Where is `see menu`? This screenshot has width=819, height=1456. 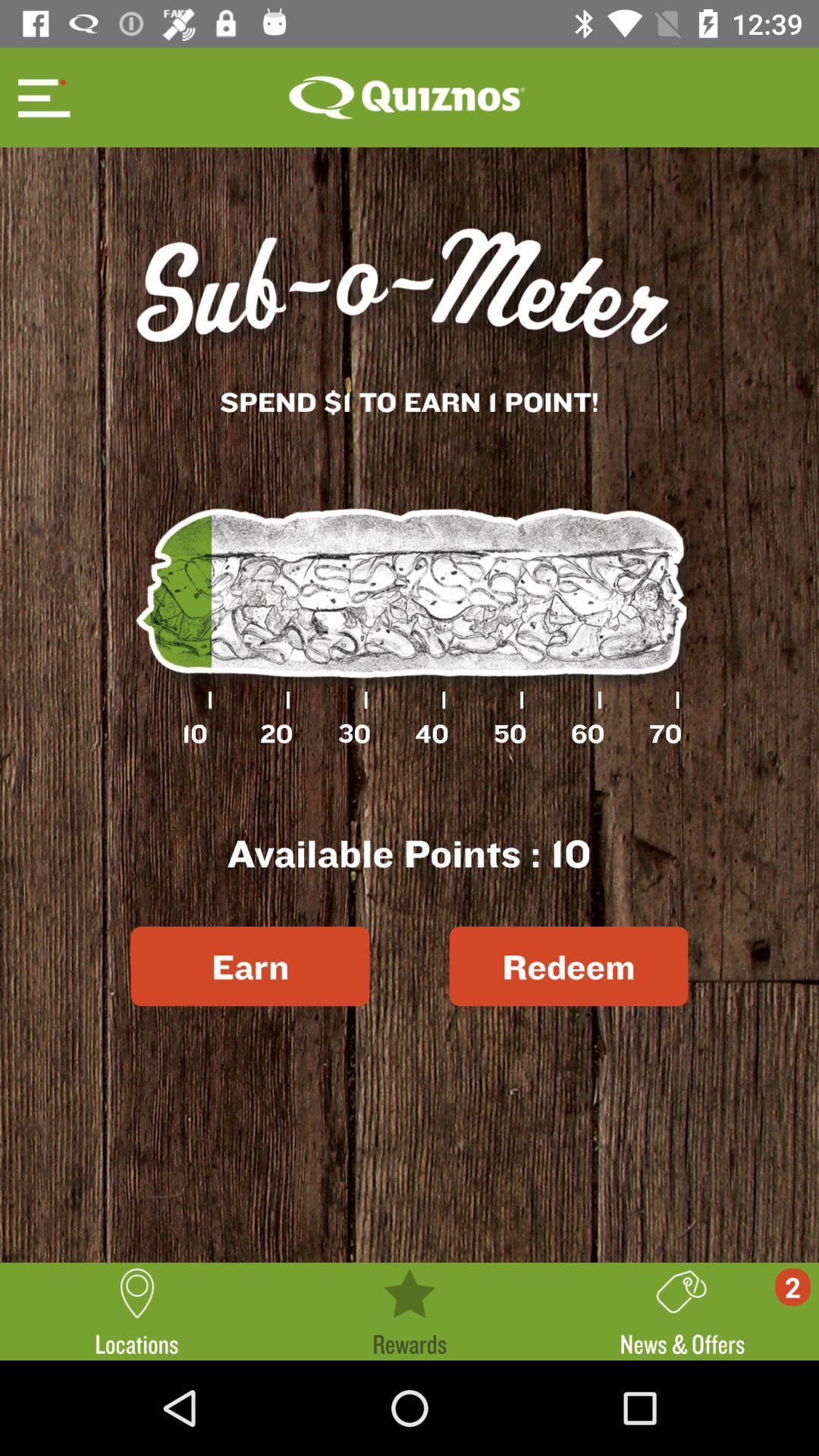
see menu is located at coordinates (41, 96).